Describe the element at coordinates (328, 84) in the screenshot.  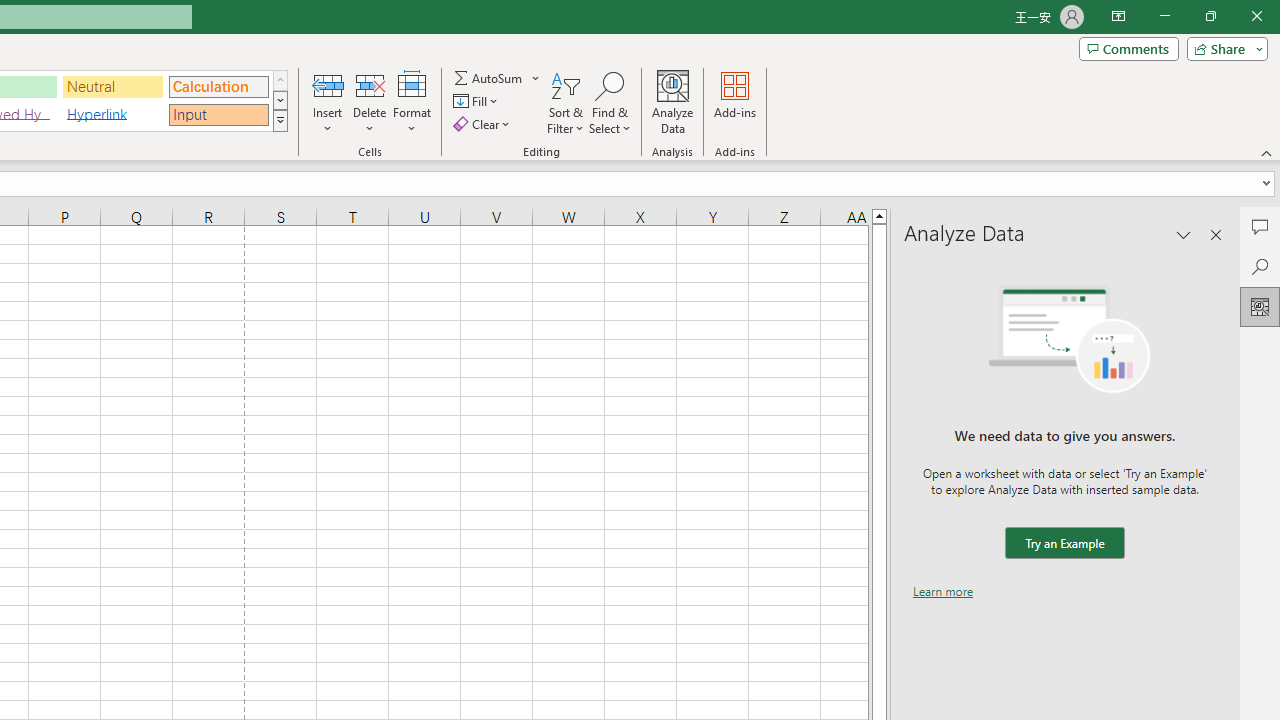
I see `'Insert Cells'` at that location.